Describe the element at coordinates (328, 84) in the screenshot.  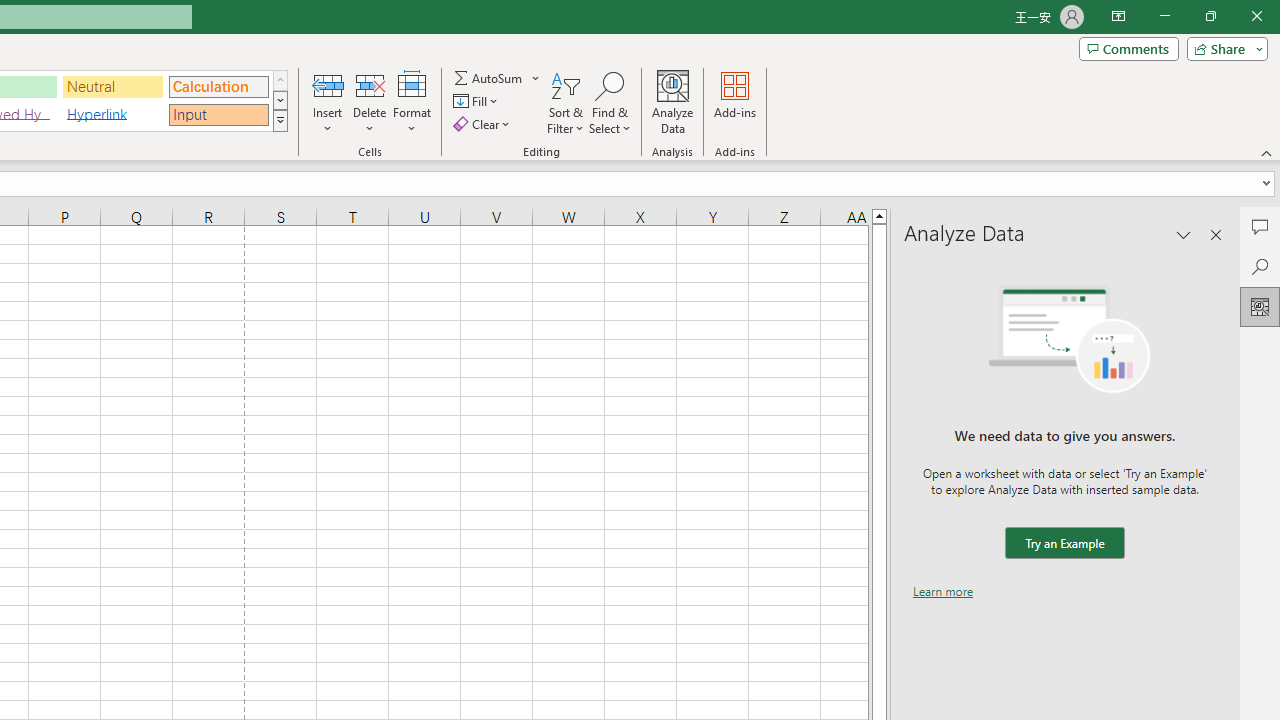
I see `'Insert Cells'` at that location.